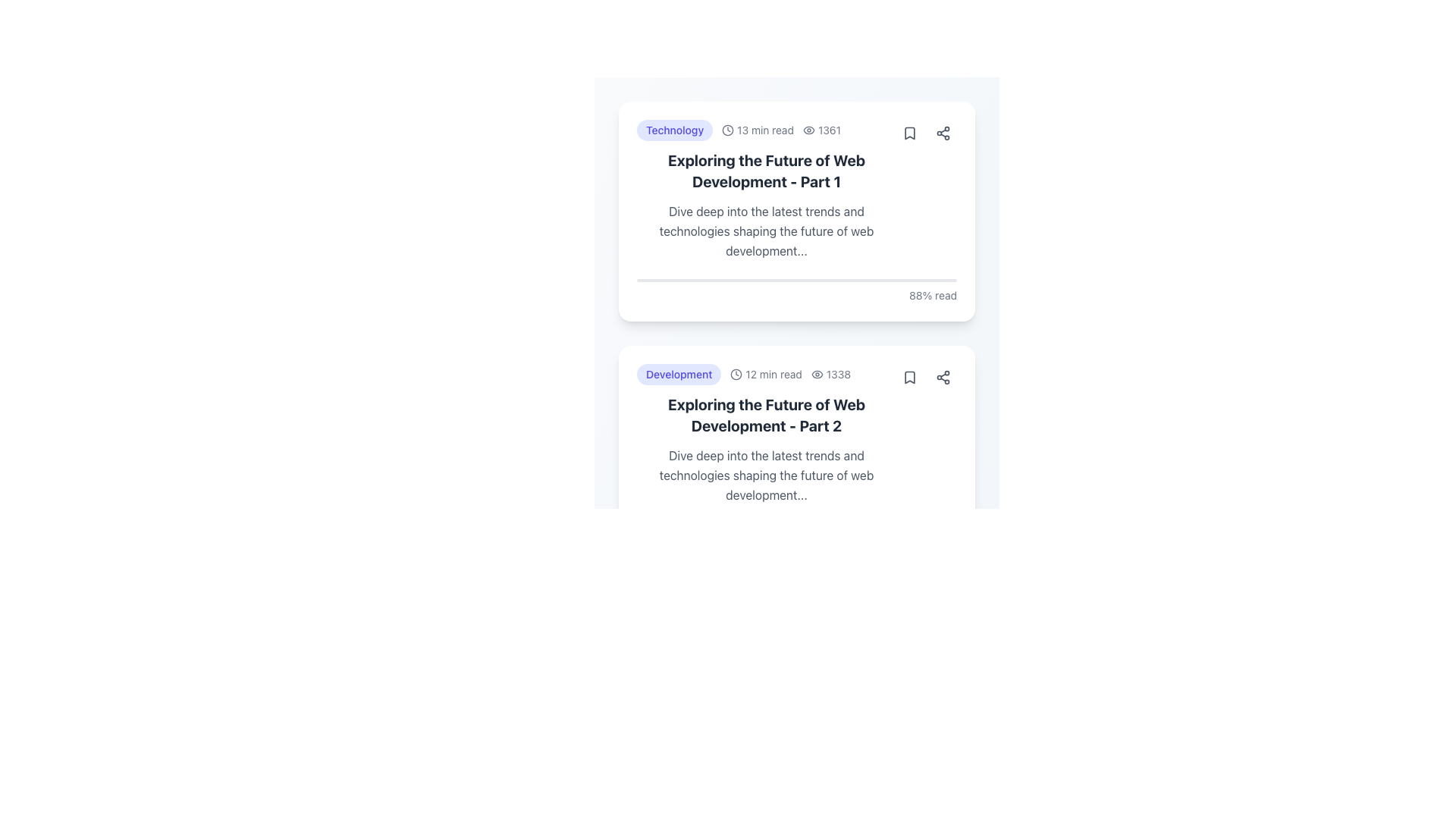  Describe the element at coordinates (808, 130) in the screenshot. I see `the view count icon located in the top article card, positioned to the right of the '13 min read' label and left of the number '1361'` at that location.